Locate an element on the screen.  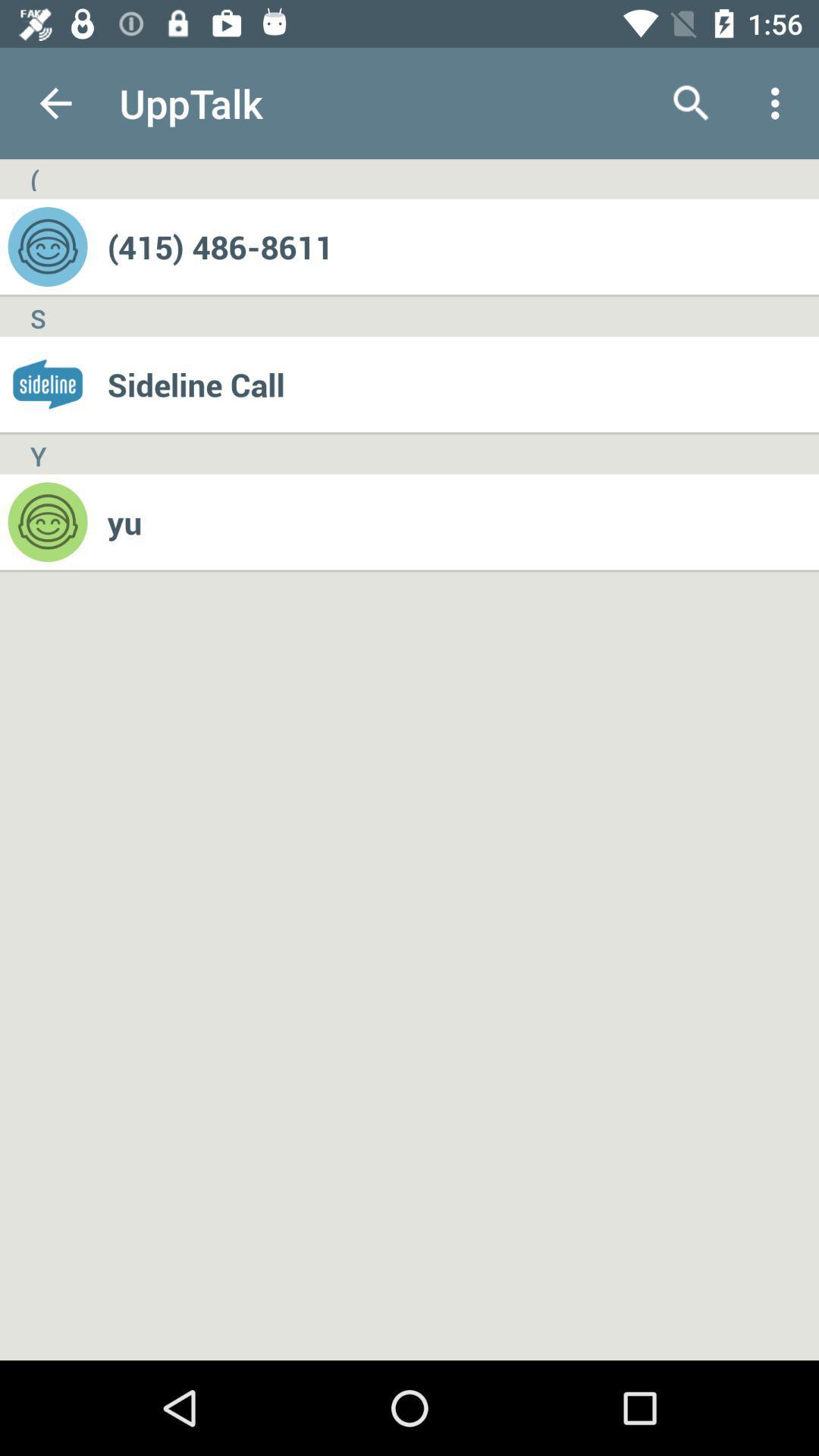
the y is located at coordinates (37, 453).